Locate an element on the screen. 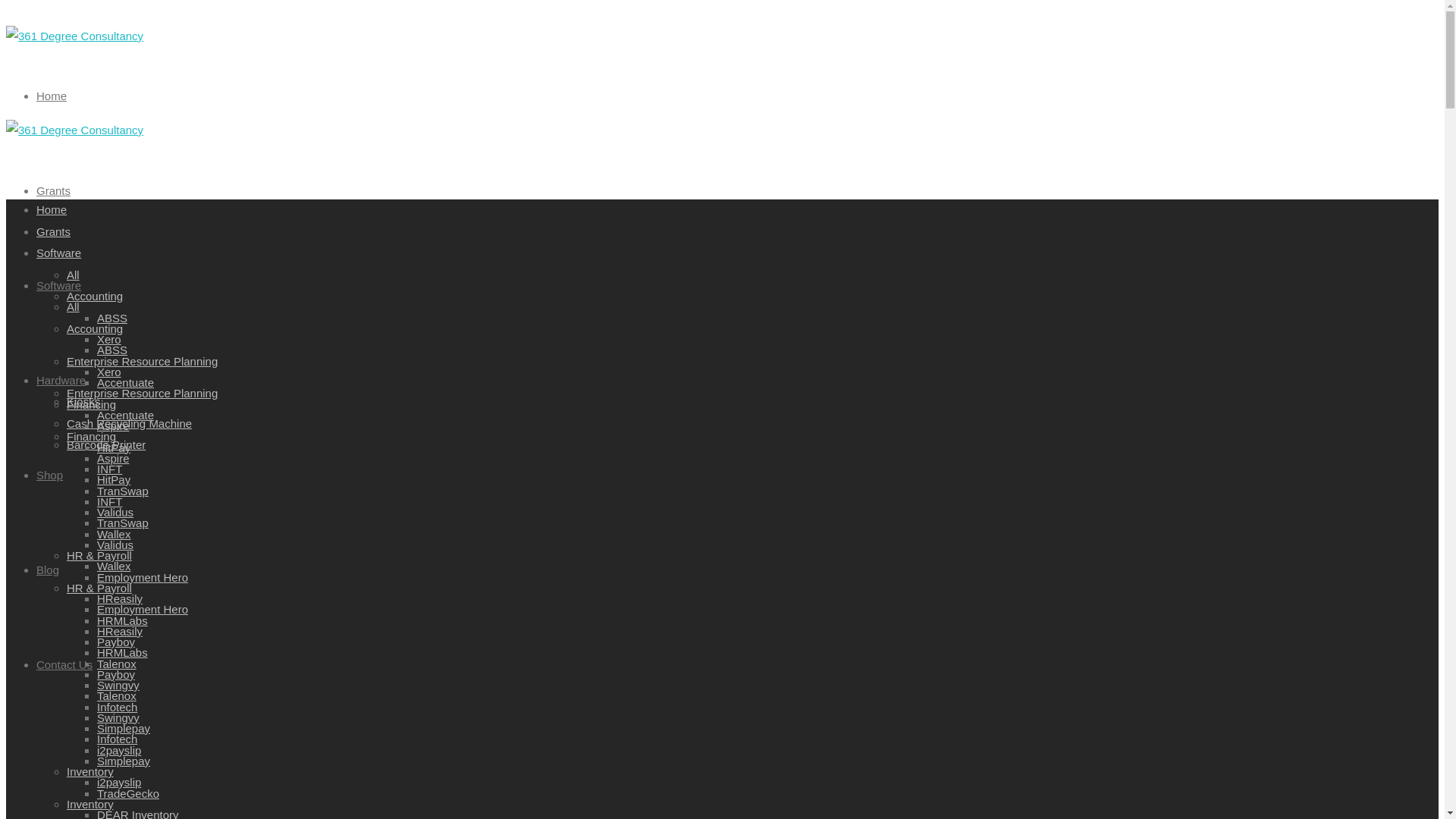 The width and height of the screenshot is (1456, 819). 'Validus' is located at coordinates (115, 544).